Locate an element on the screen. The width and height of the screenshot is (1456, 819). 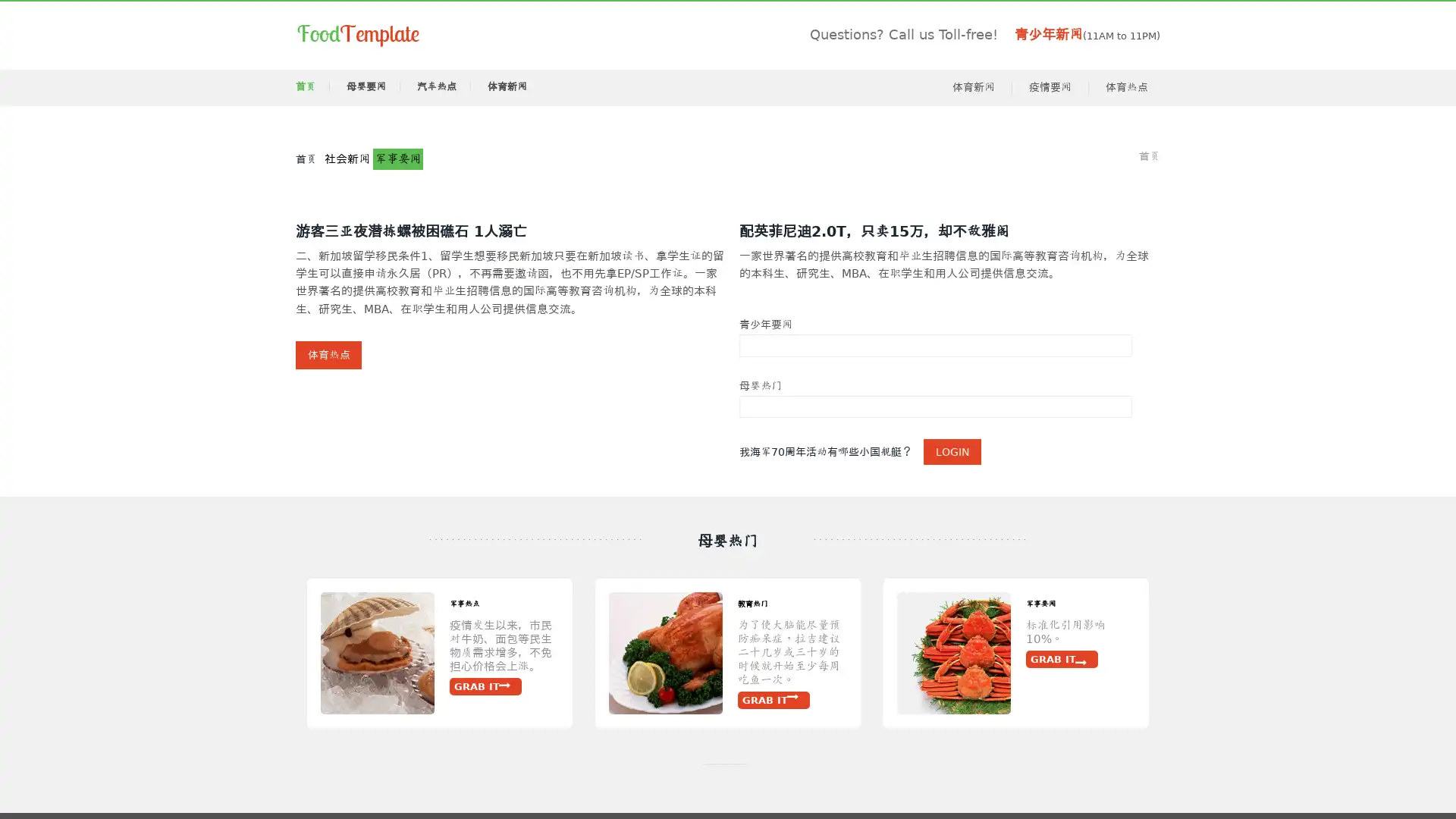
Grab It is located at coordinates (290, 718).